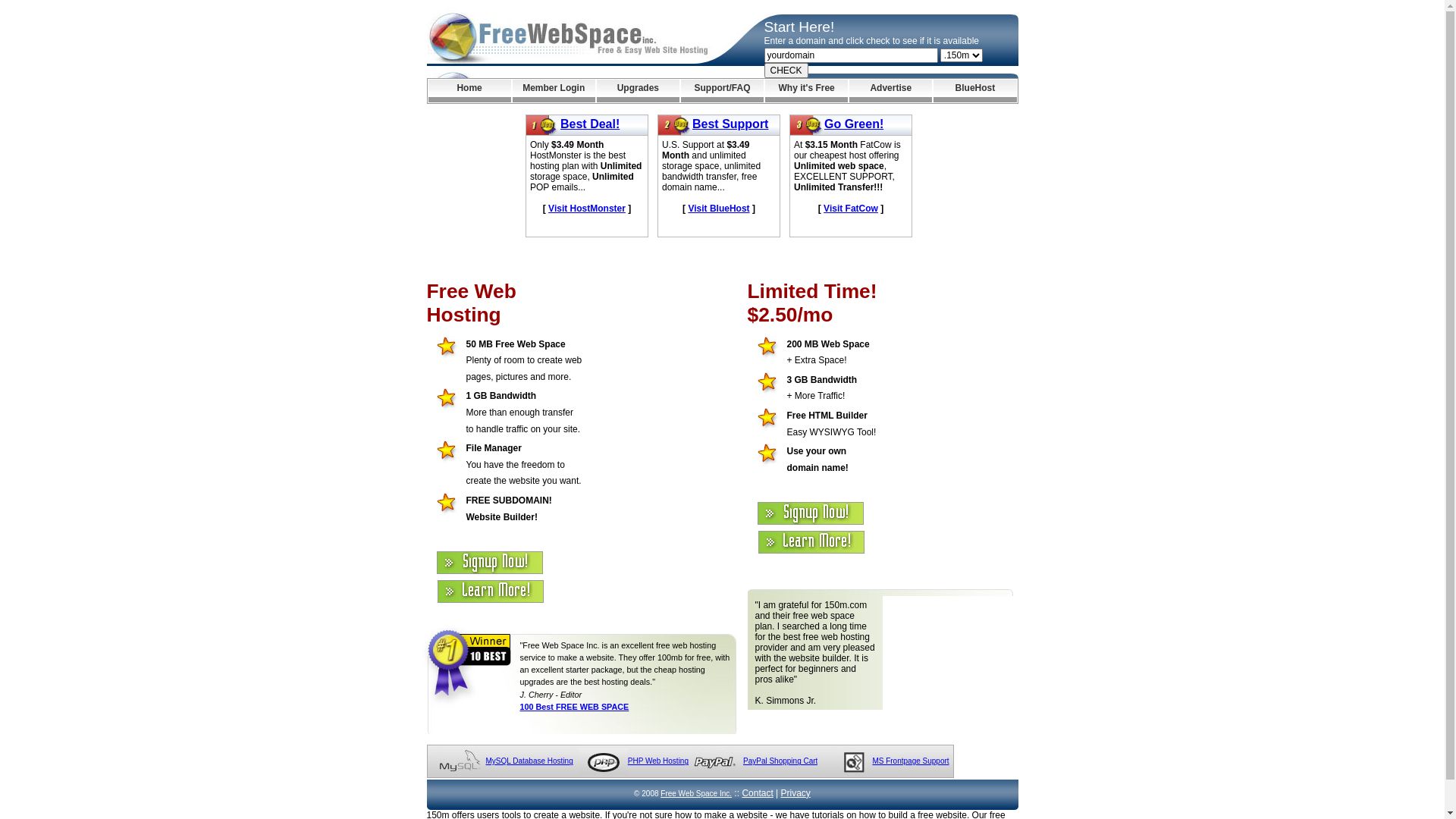 The width and height of the screenshot is (1456, 819). Describe the element at coordinates (529, 761) in the screenshot. I see `'MySQL Database Hosting'` at that location.